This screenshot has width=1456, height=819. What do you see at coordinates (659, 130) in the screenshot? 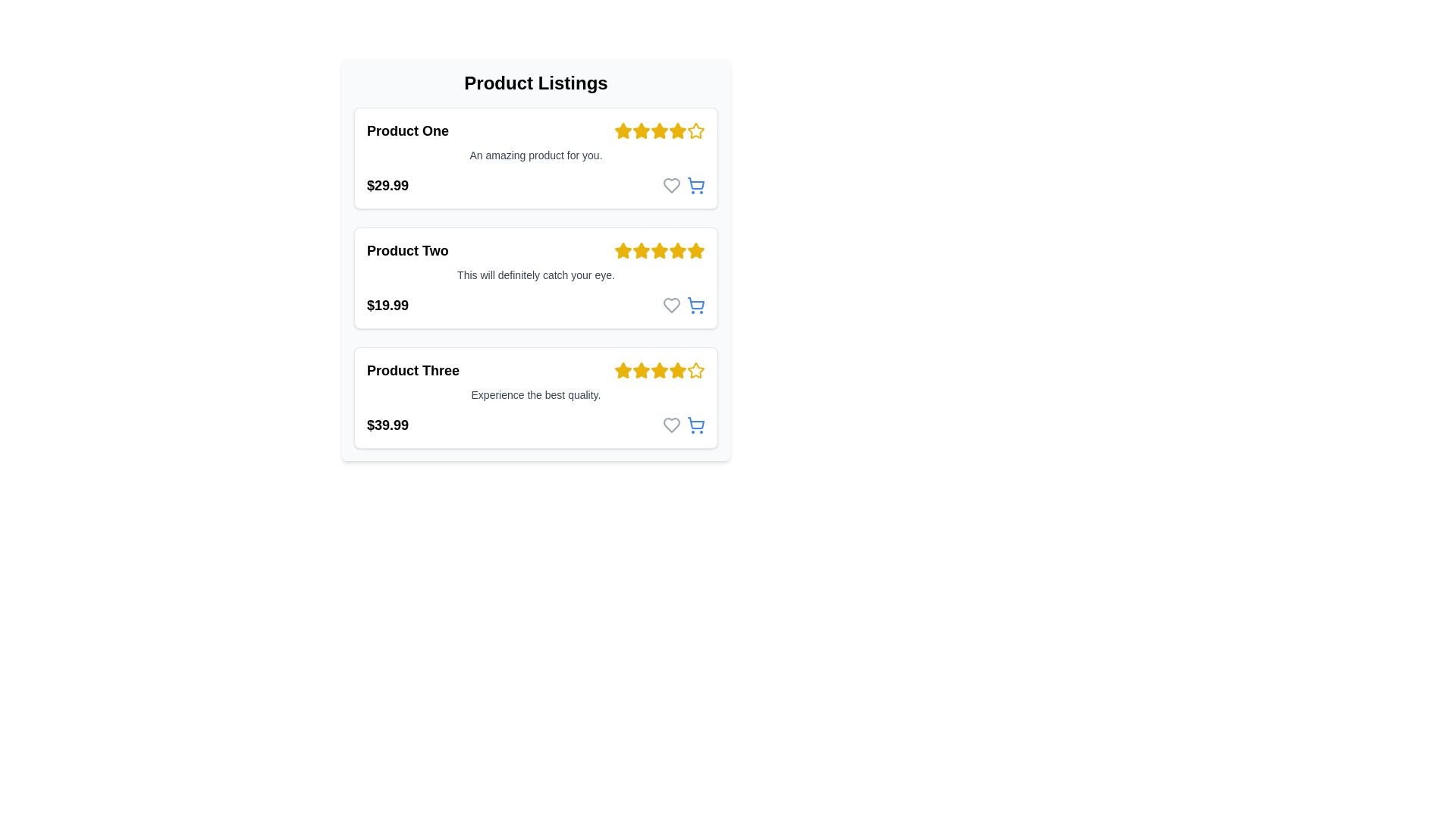
I see `the fourth star icon in the five-star rating system for 'Product One'` at bounding box center [659, 130].